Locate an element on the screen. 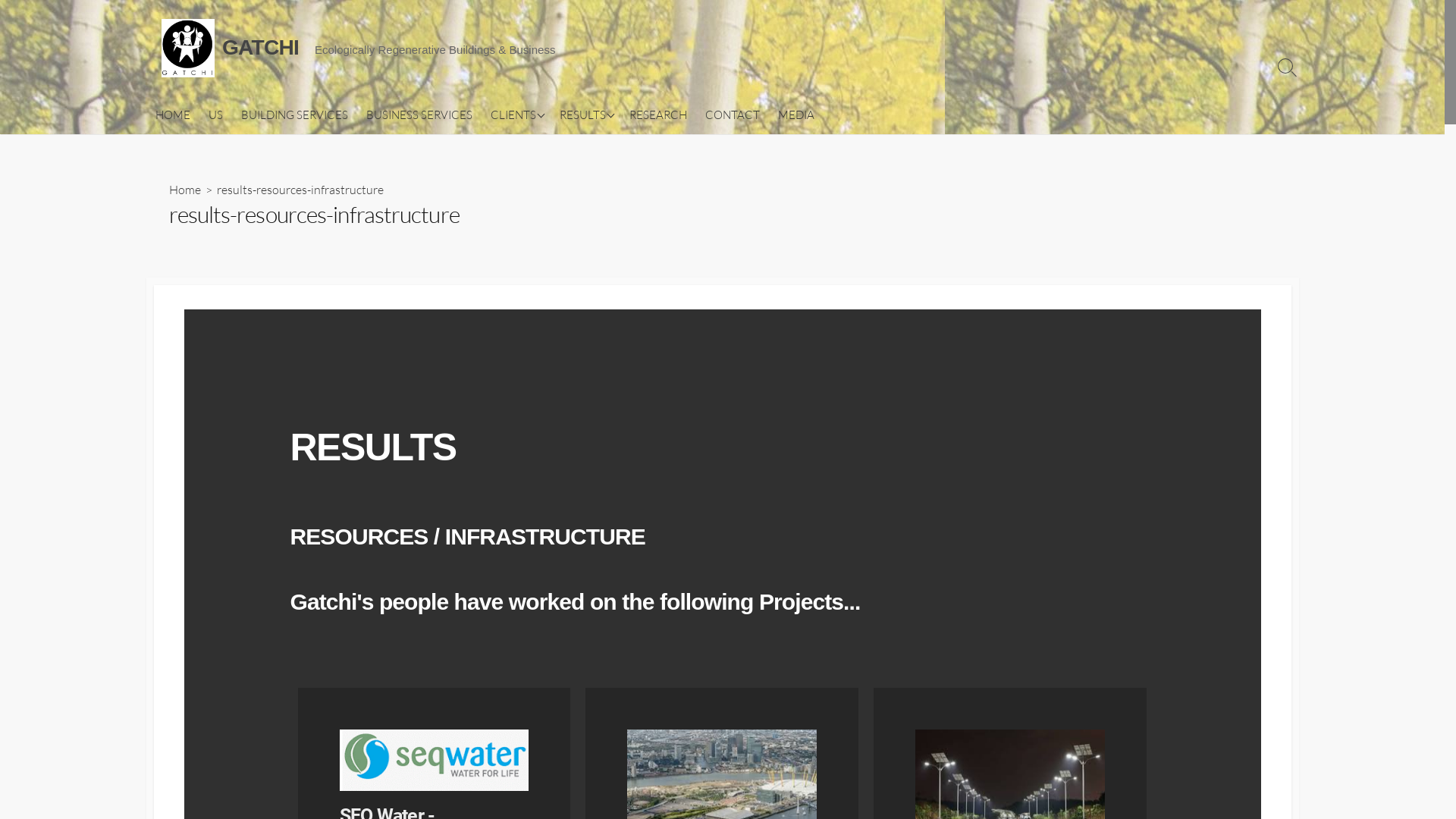 The height and width of the screenshot is (819, 1456). 'Homes' is located at coordinates (556, 112).